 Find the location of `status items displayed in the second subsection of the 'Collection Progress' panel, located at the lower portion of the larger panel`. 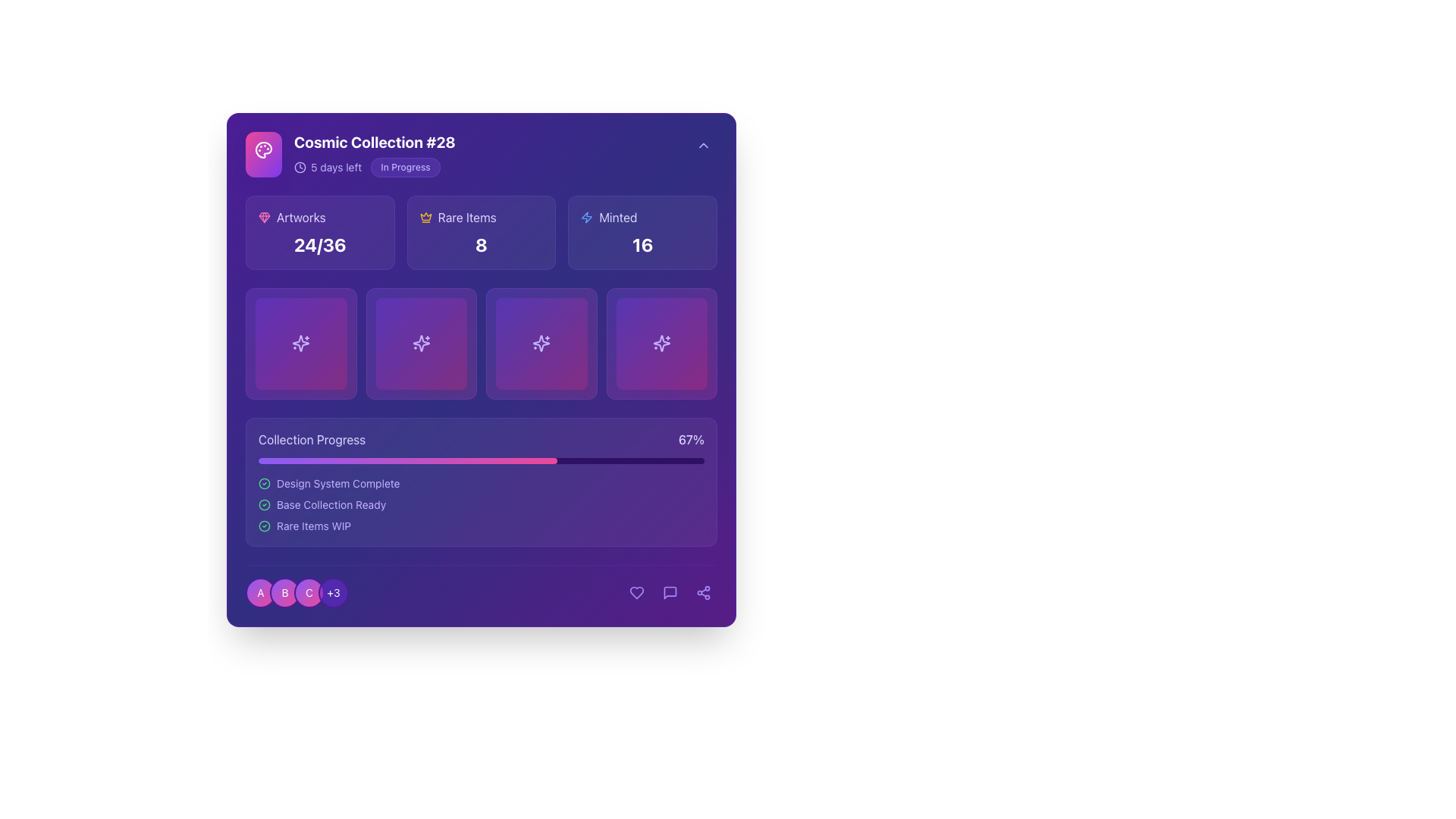

status items displayed in the second subsection of the 'Collection Progress' panel, located at the lower portion of the larger panel is located at coordinates (480, 504).